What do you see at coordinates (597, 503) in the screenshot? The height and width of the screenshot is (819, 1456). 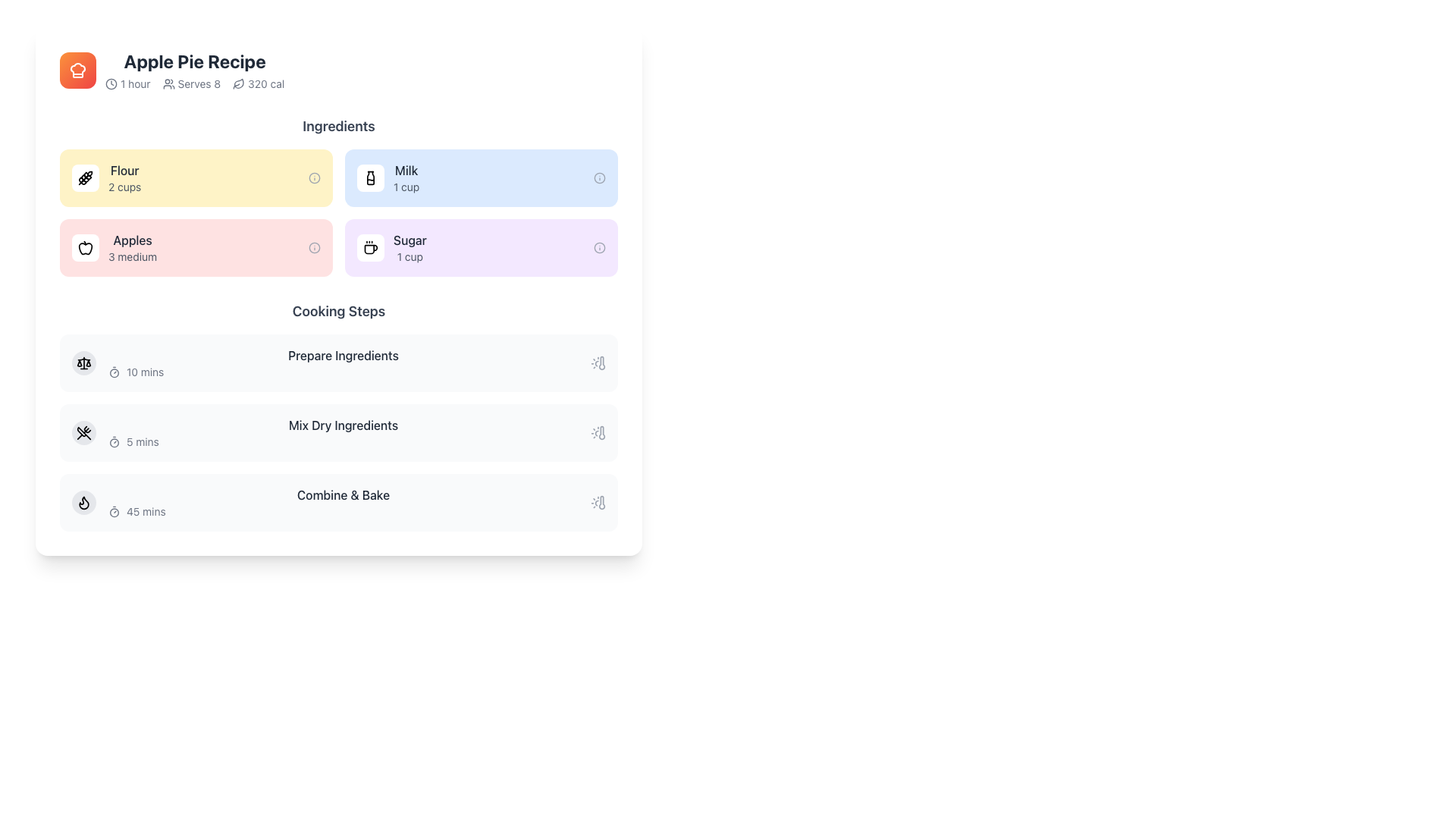 I see `the icon resembling a thermometer with sun rays, styled in minimalist line art, located on the far right side of the 'Combine & Bake' card adjacent to the '45 mins' text` at bounding box center [597, 503].